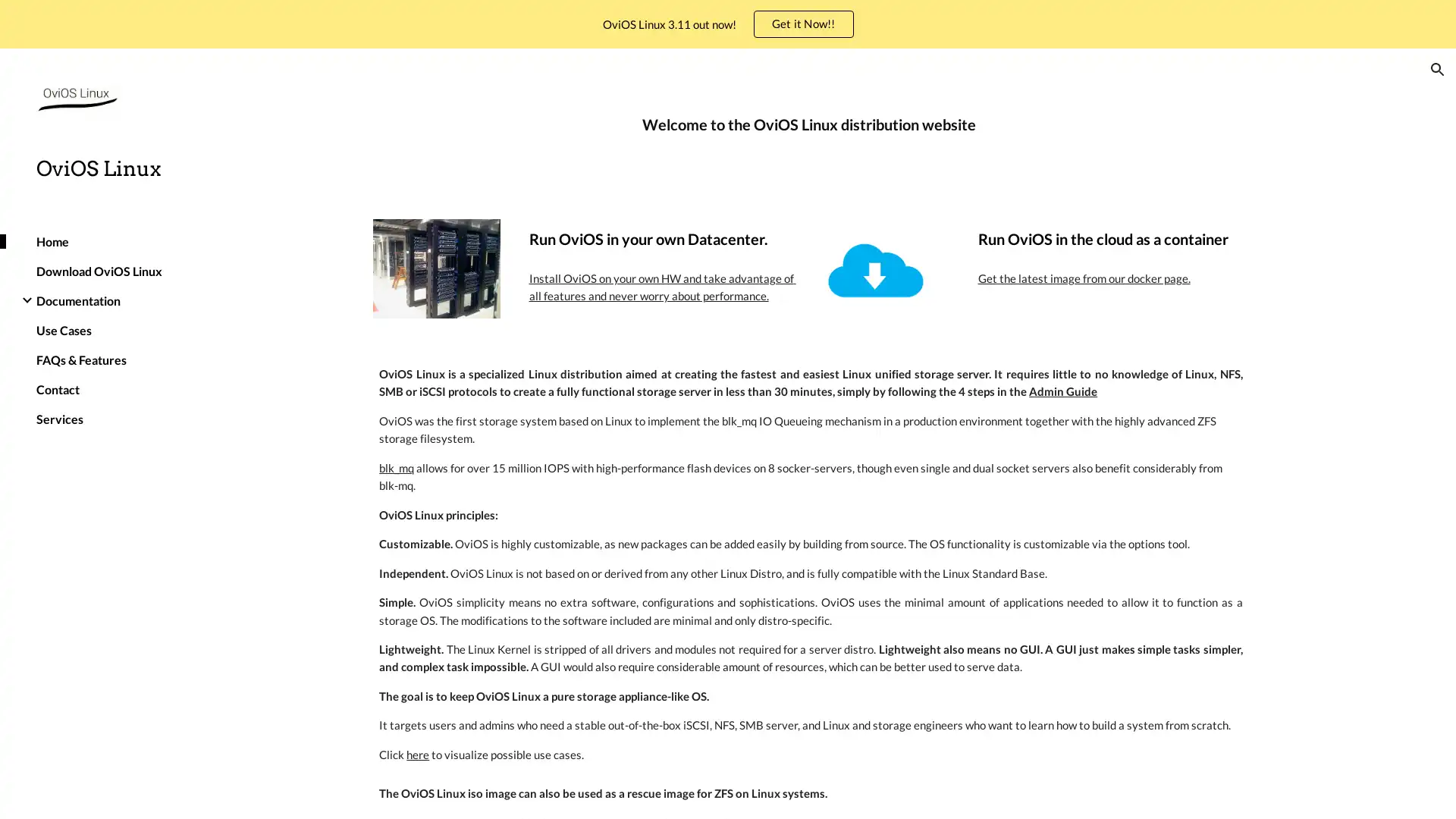  What do you see at coordinates (328, 792) in the screenshot?
I see `Report abuse` at bounding box center [328, 792].